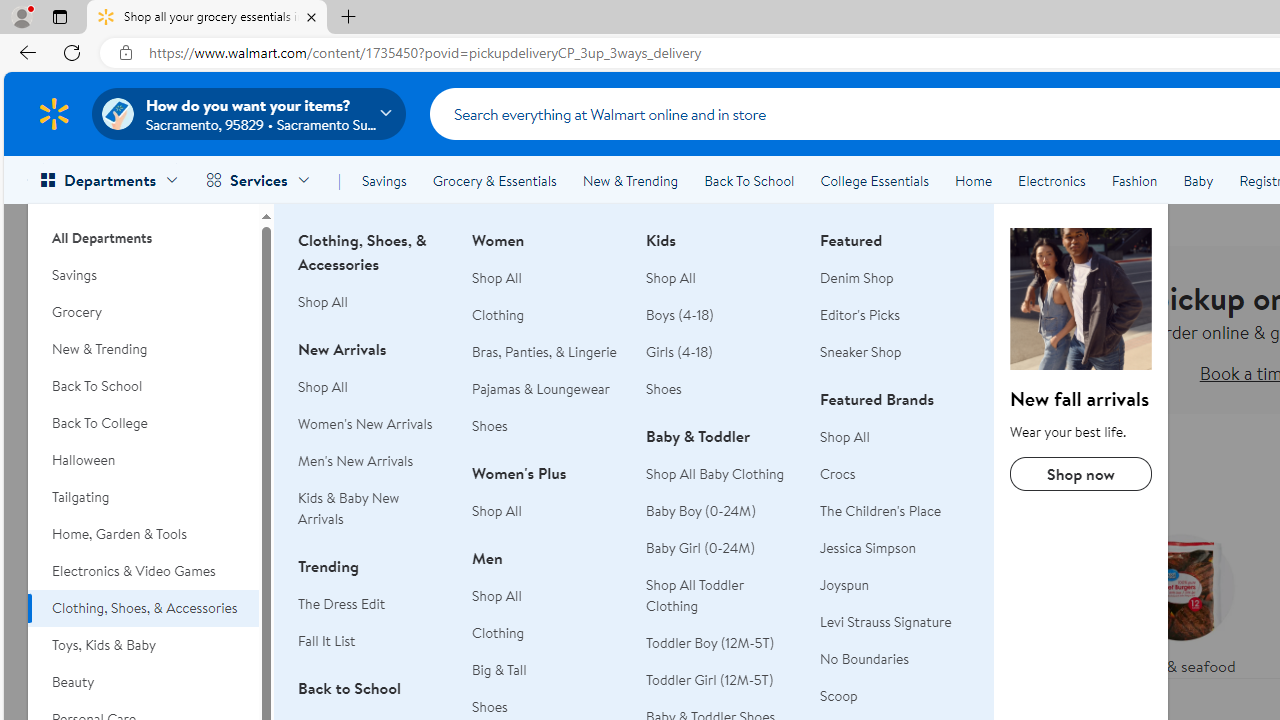 Image resolution: width=1280 pixels, height=720 pixels. Describe the element at coordinates (720, 643) in the screenshot. I see `'Toddler Boy (12M-5T)'` at that location.